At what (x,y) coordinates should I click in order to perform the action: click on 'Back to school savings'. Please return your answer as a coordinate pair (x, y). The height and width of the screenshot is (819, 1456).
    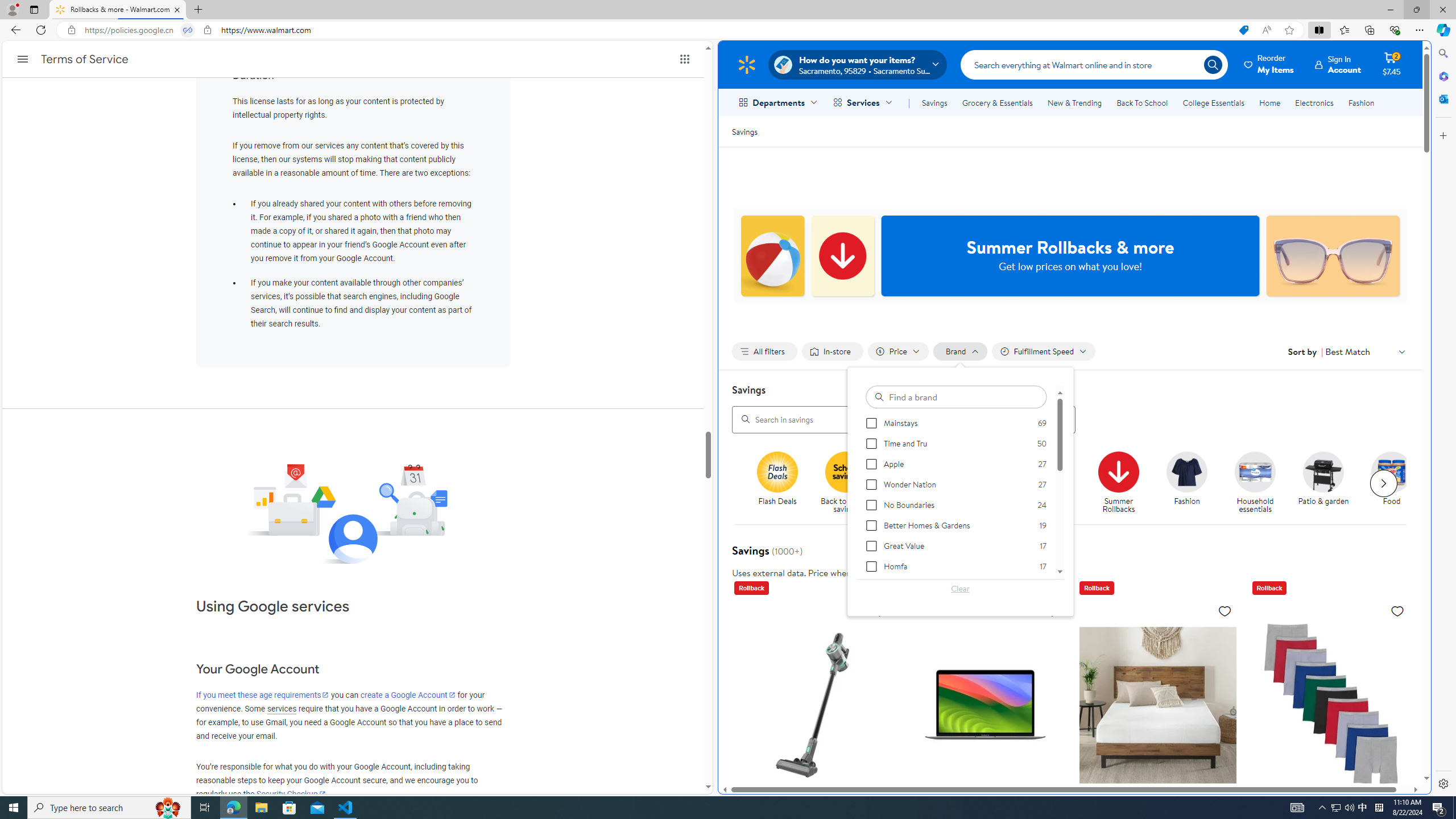
    Looking at the image, I should click on (850, 483).